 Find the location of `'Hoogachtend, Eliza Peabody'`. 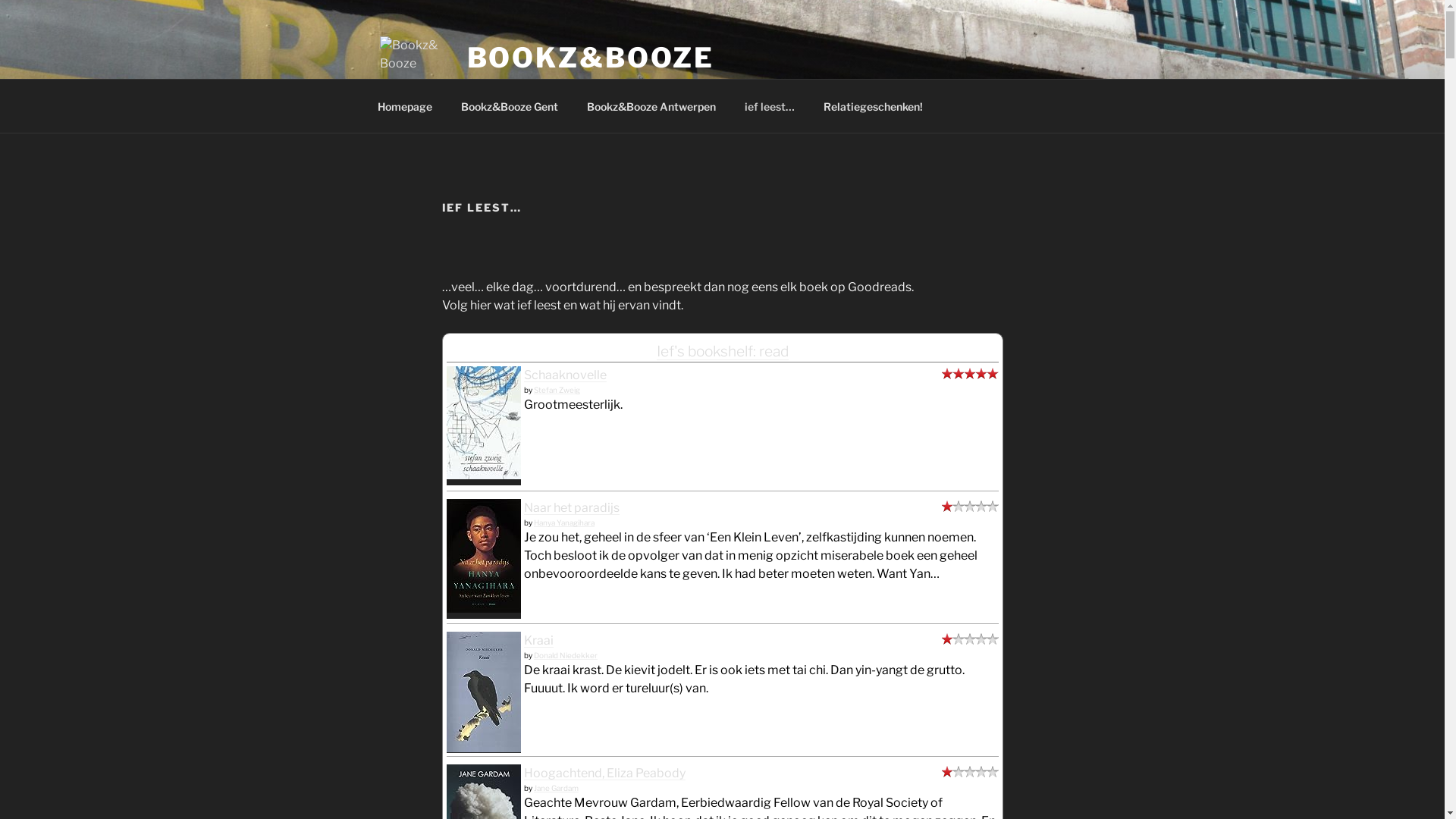

'Hoogachtend, Eliza Peabody' is located at coordinates (523, 773).